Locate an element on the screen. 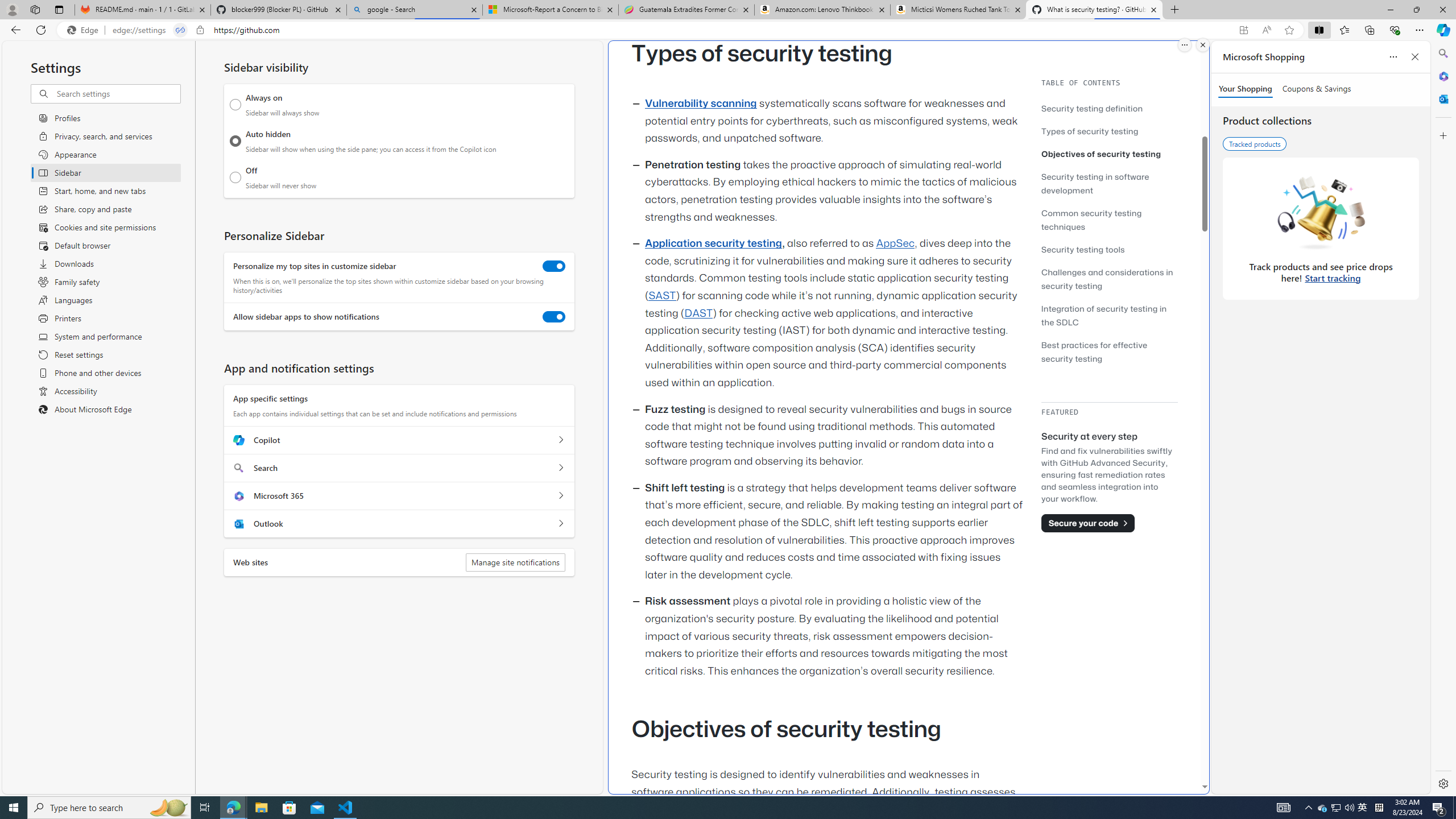  'Types of security testing' is located at coordinates (1089, 130).